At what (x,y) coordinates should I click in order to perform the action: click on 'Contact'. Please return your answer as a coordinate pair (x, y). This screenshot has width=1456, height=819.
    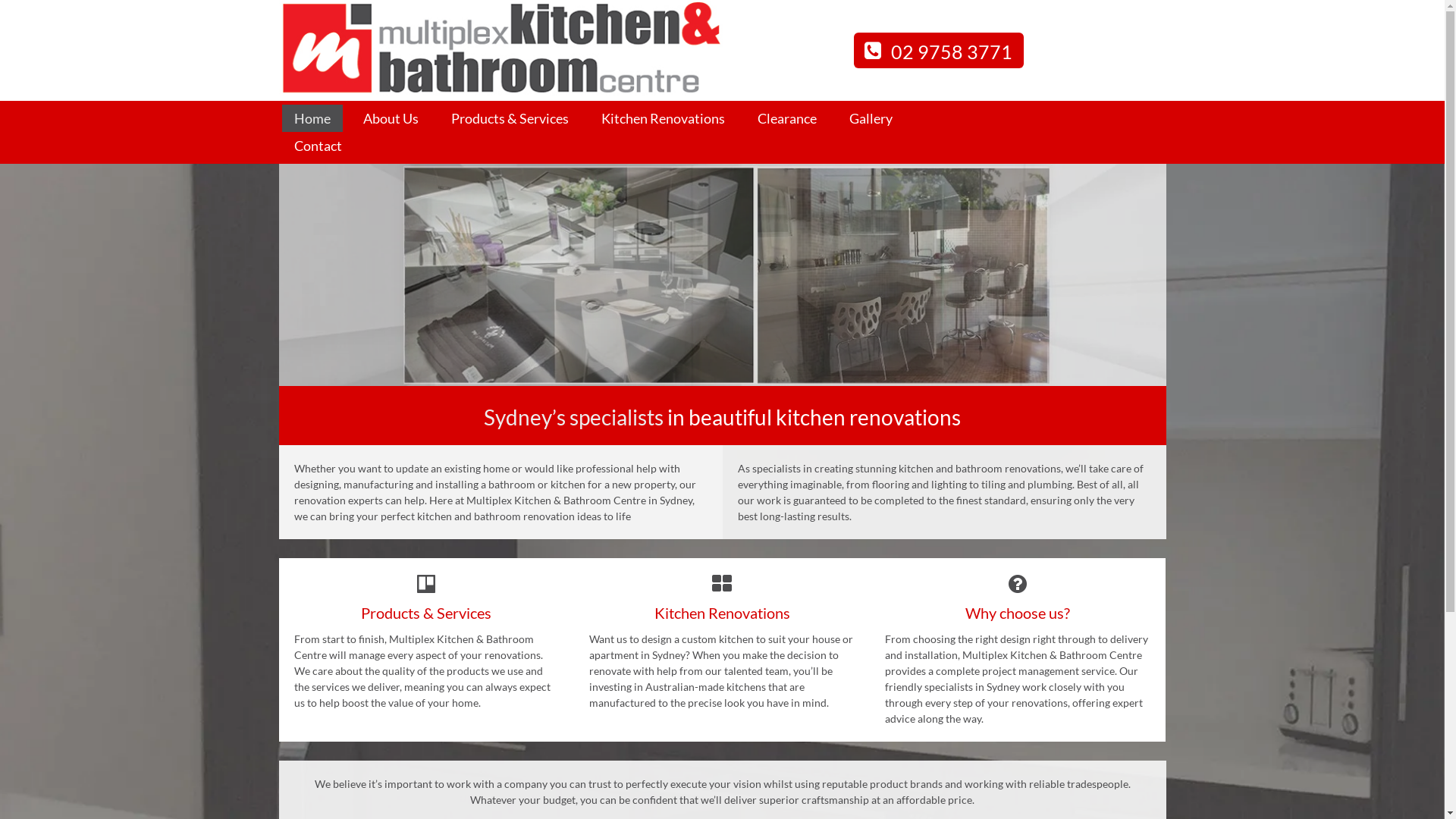
    Looking at the image, I should click on (317, 146).